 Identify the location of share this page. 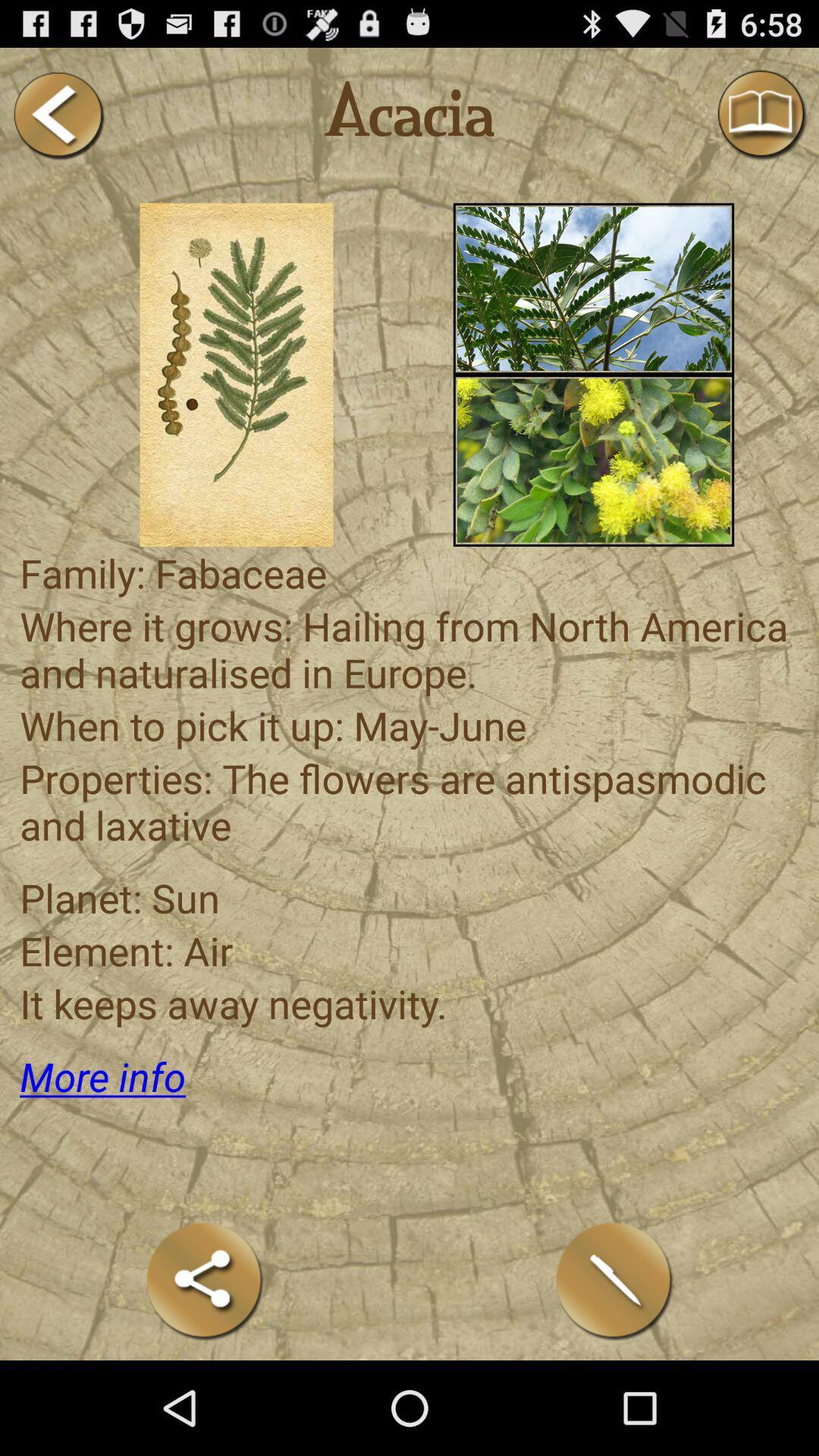
(205, 1280).